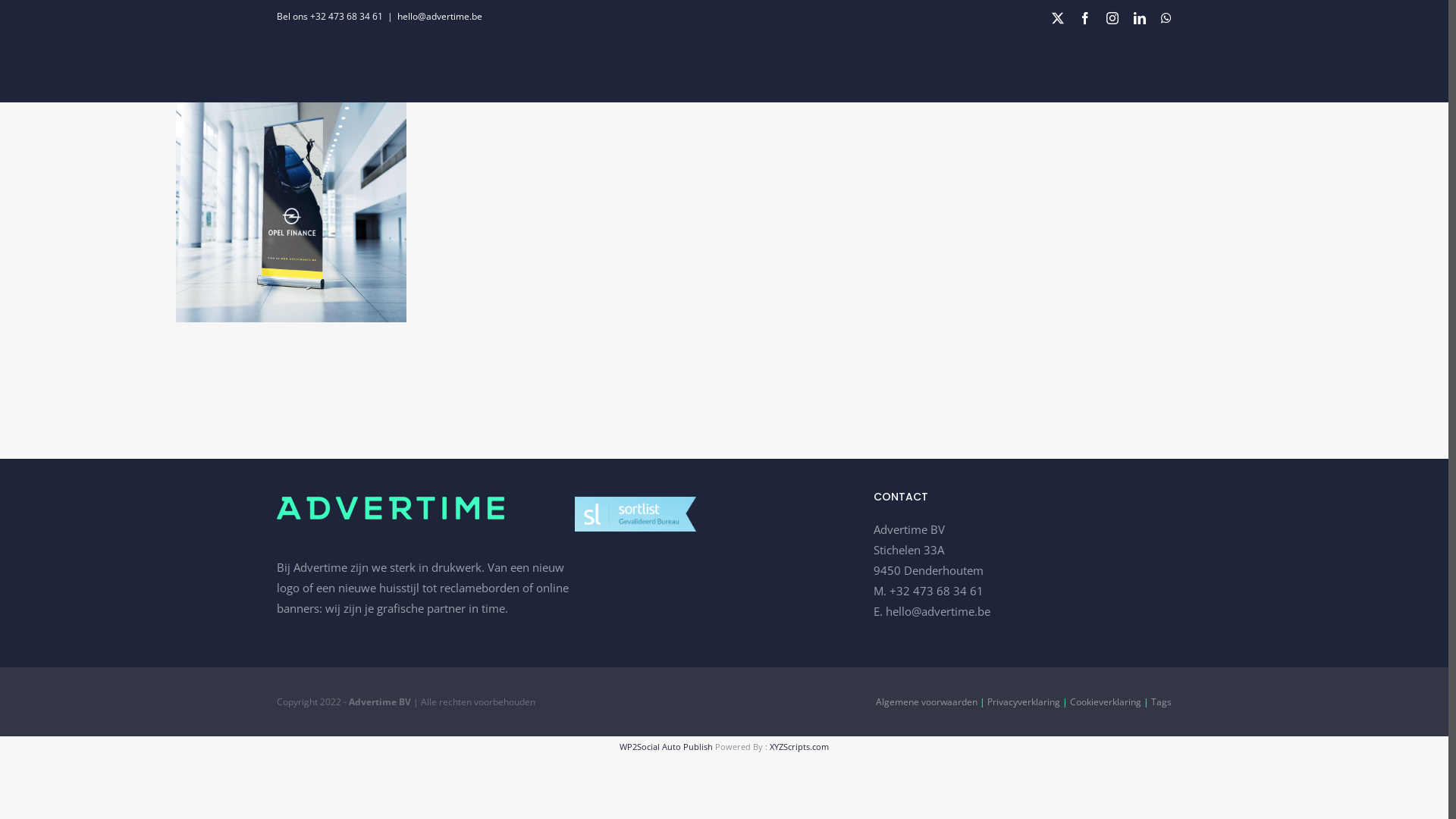 This screenshot has width=1456, height=819. Describe the element at coordinates (877, 65) in the screenshot. I see `'KLANTEN'` at that location.